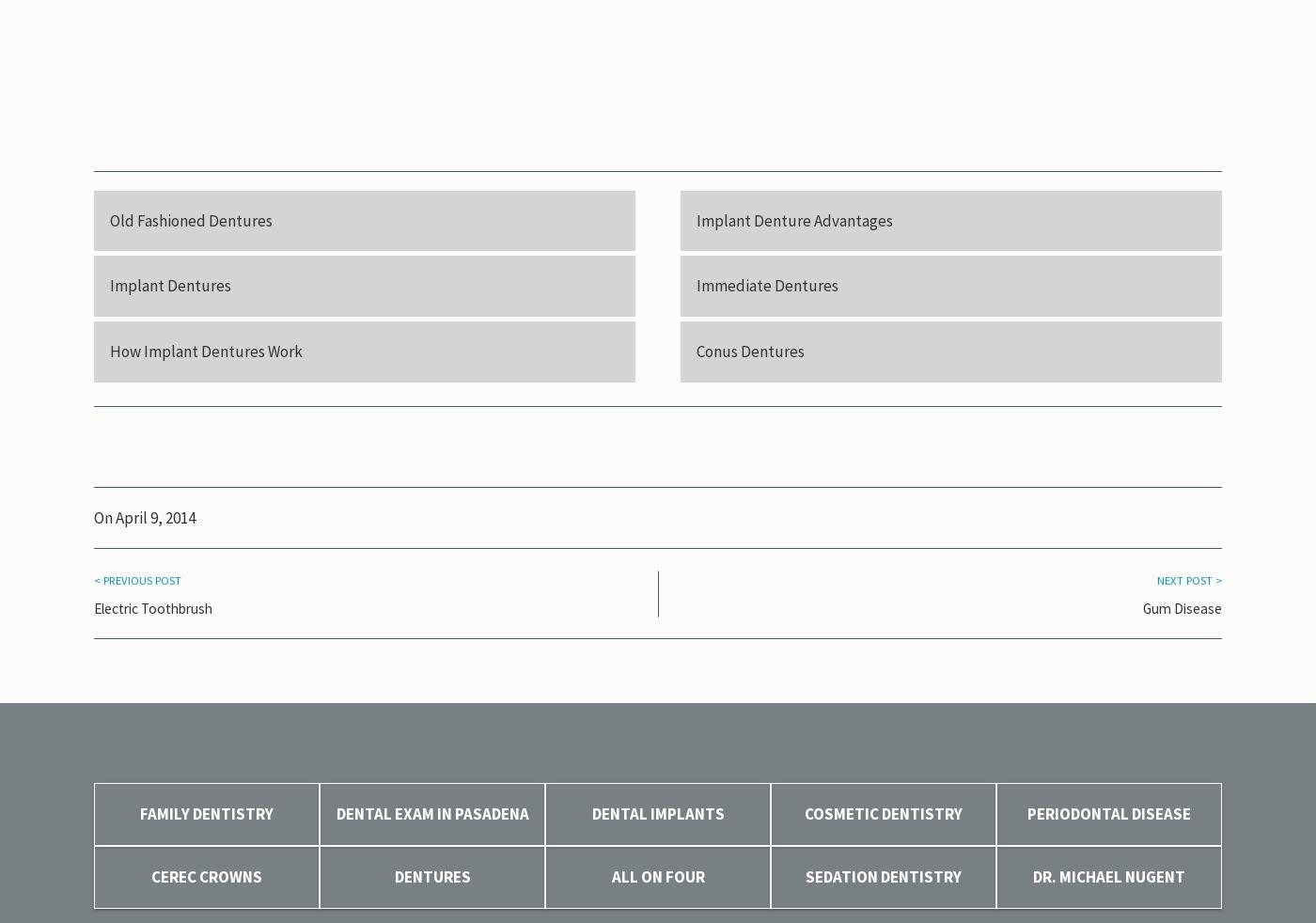 The image size is (1316, 923). I want to click on 'Next Post >', so click(1157, 578).